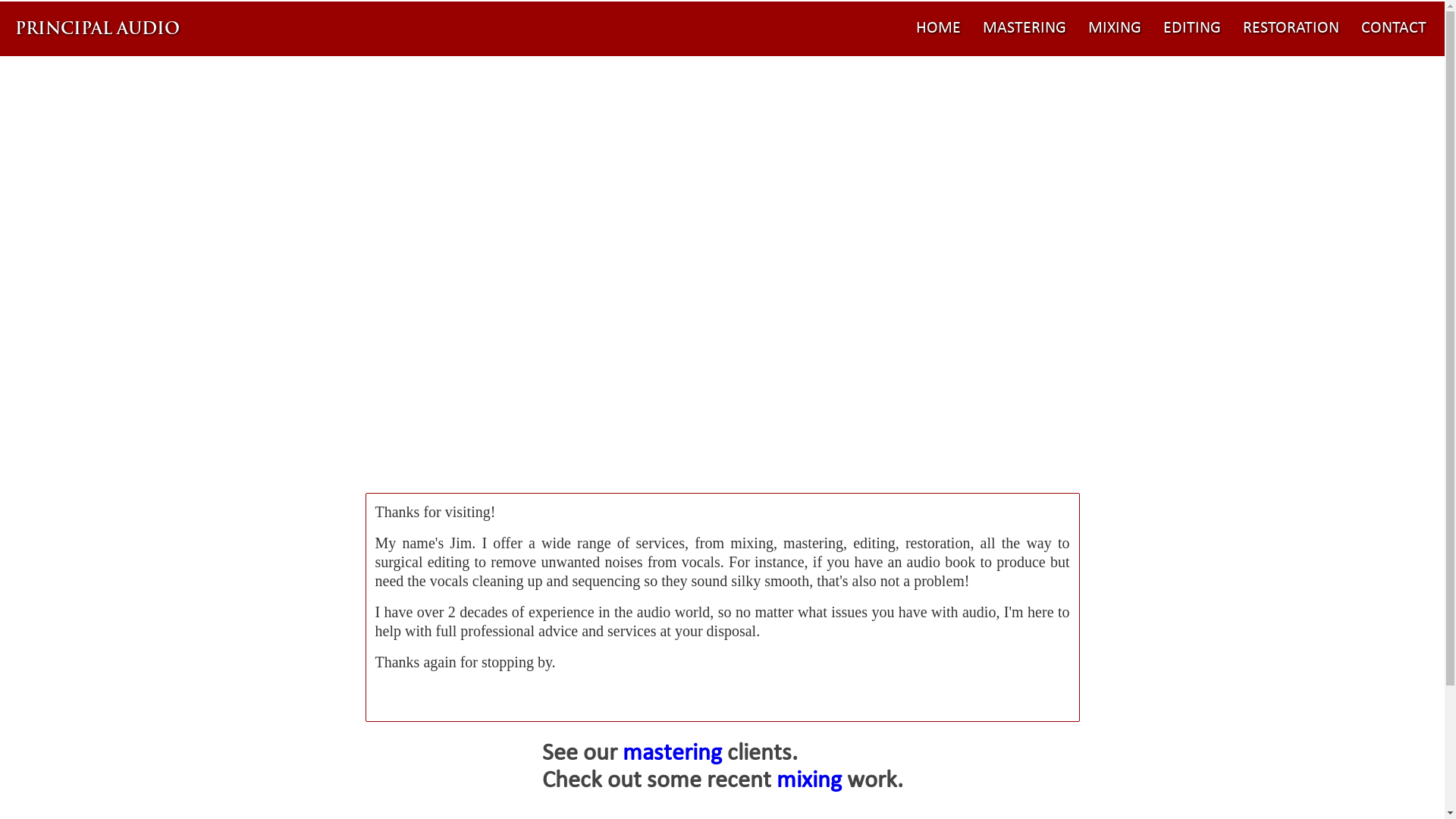 This screenshot has width=1456, height=819. What do you see at coordinates (1351, 28) in the screenshot?
I see `'CONTACT'` at bounding box center [1351, 28].